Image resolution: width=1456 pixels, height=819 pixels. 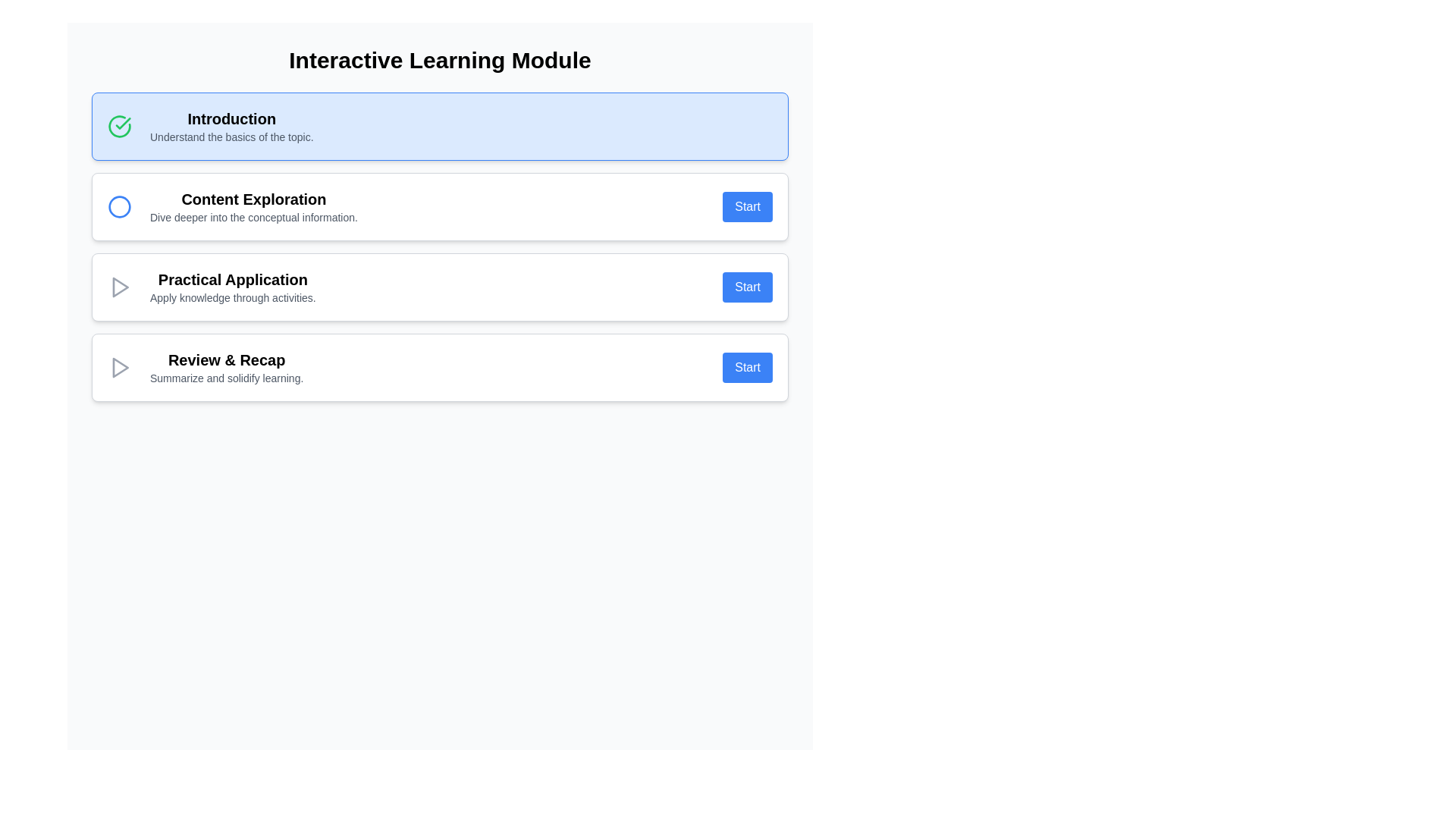 I want to click on the Play Icon located in the 'Practical Application' section to initiate action, so click(x=119, y=287).